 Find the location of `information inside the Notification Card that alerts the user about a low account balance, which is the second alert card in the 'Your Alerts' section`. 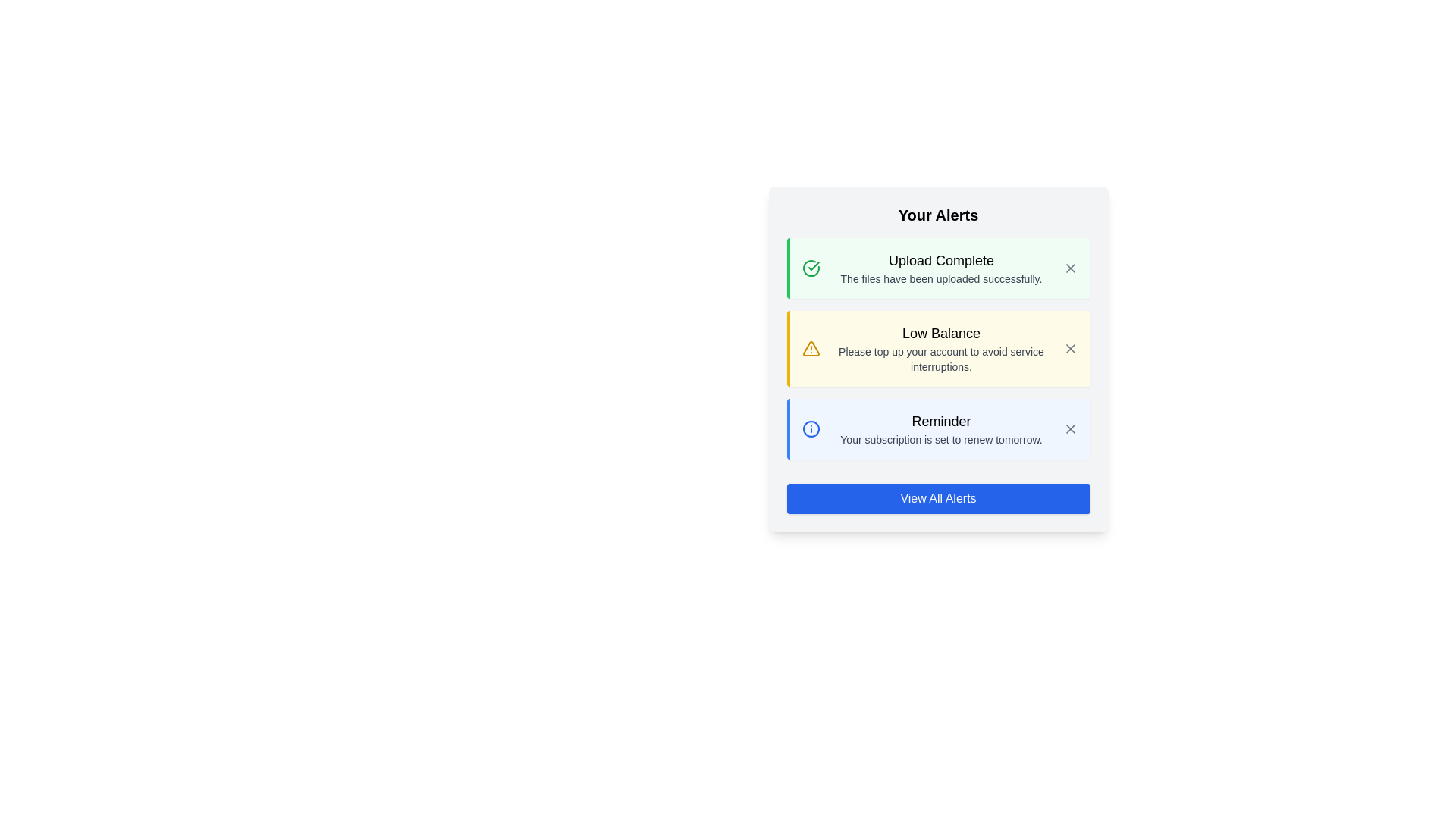

information inside the Notification Card that alerts the user about a low account balance, which is the second alert card in the 'Your Alerts' section is located at coordinates (937, 359).